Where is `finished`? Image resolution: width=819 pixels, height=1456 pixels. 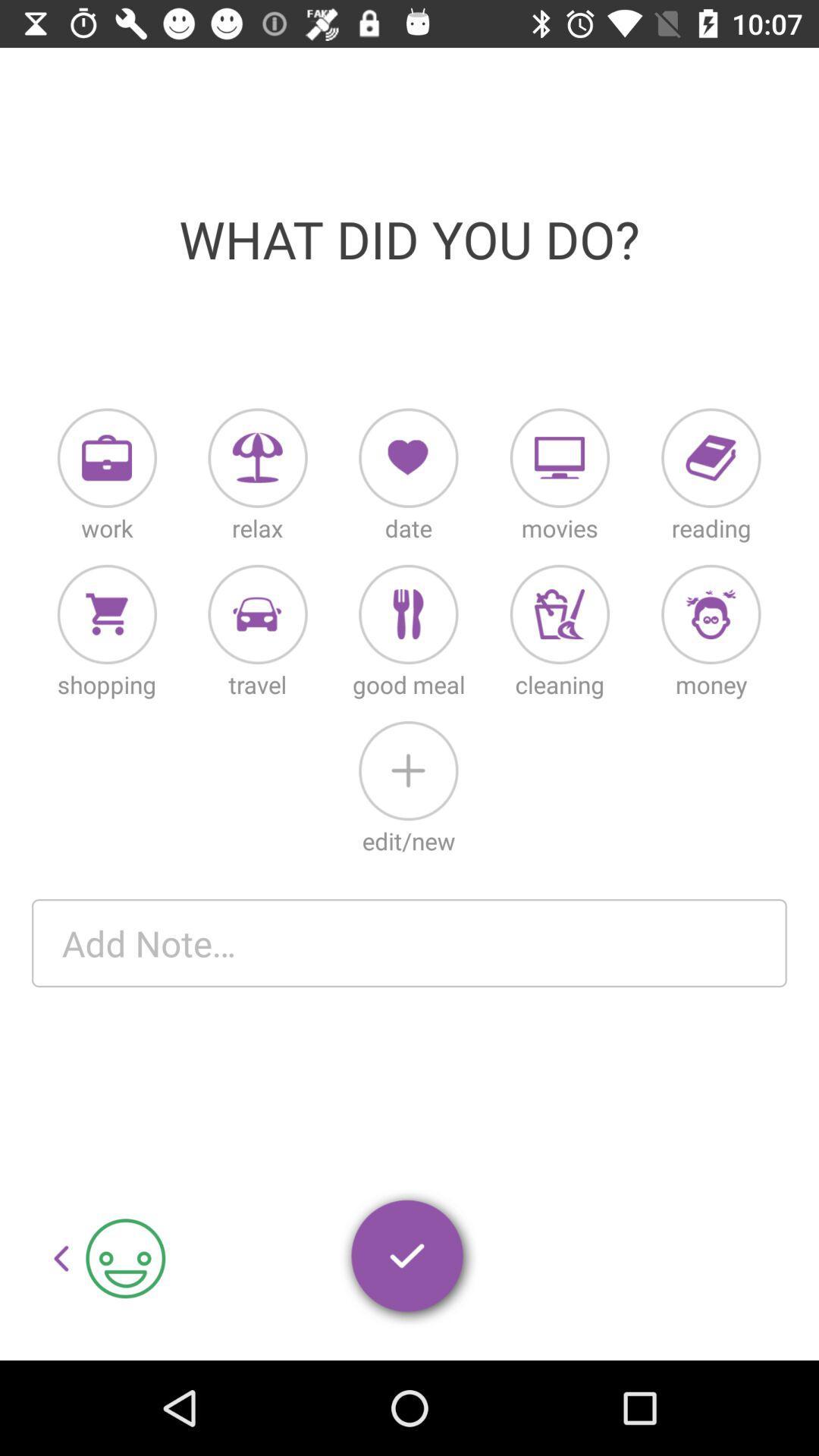 finished is located at coordinates (408, 1259).